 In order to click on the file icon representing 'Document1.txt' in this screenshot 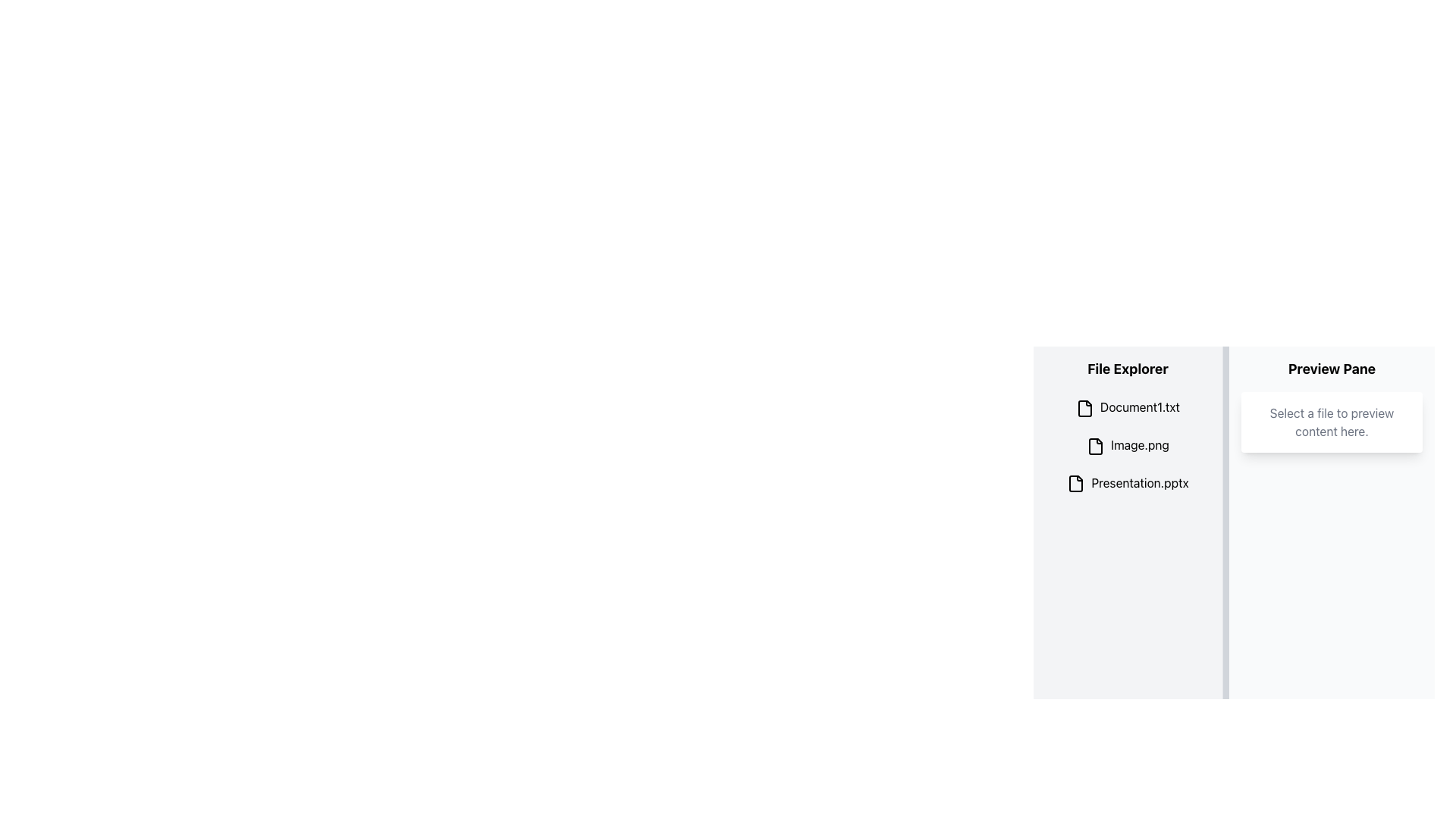, I will do `click(1084, 406)`.